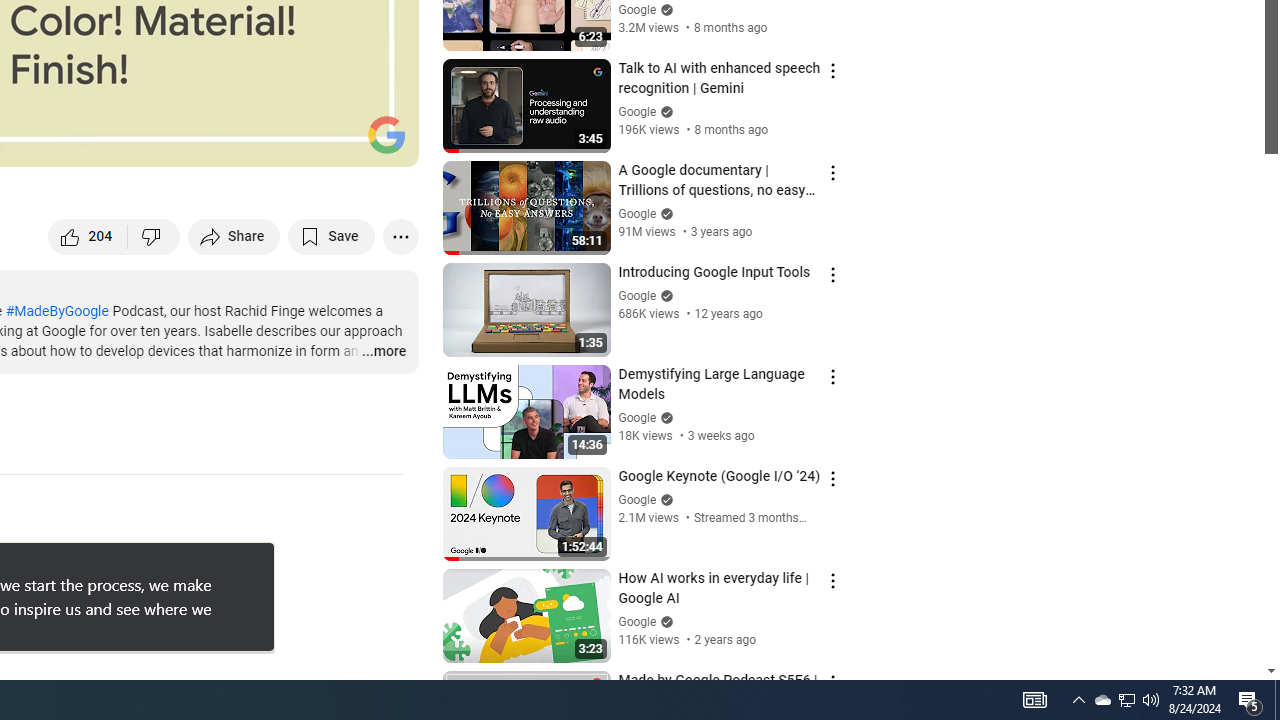 The width and height of the screenshot is (1280, 720). Describe the element at coordinates (285, 141) in the screenshot. I see `'Miniplayer (i)'` at that location.